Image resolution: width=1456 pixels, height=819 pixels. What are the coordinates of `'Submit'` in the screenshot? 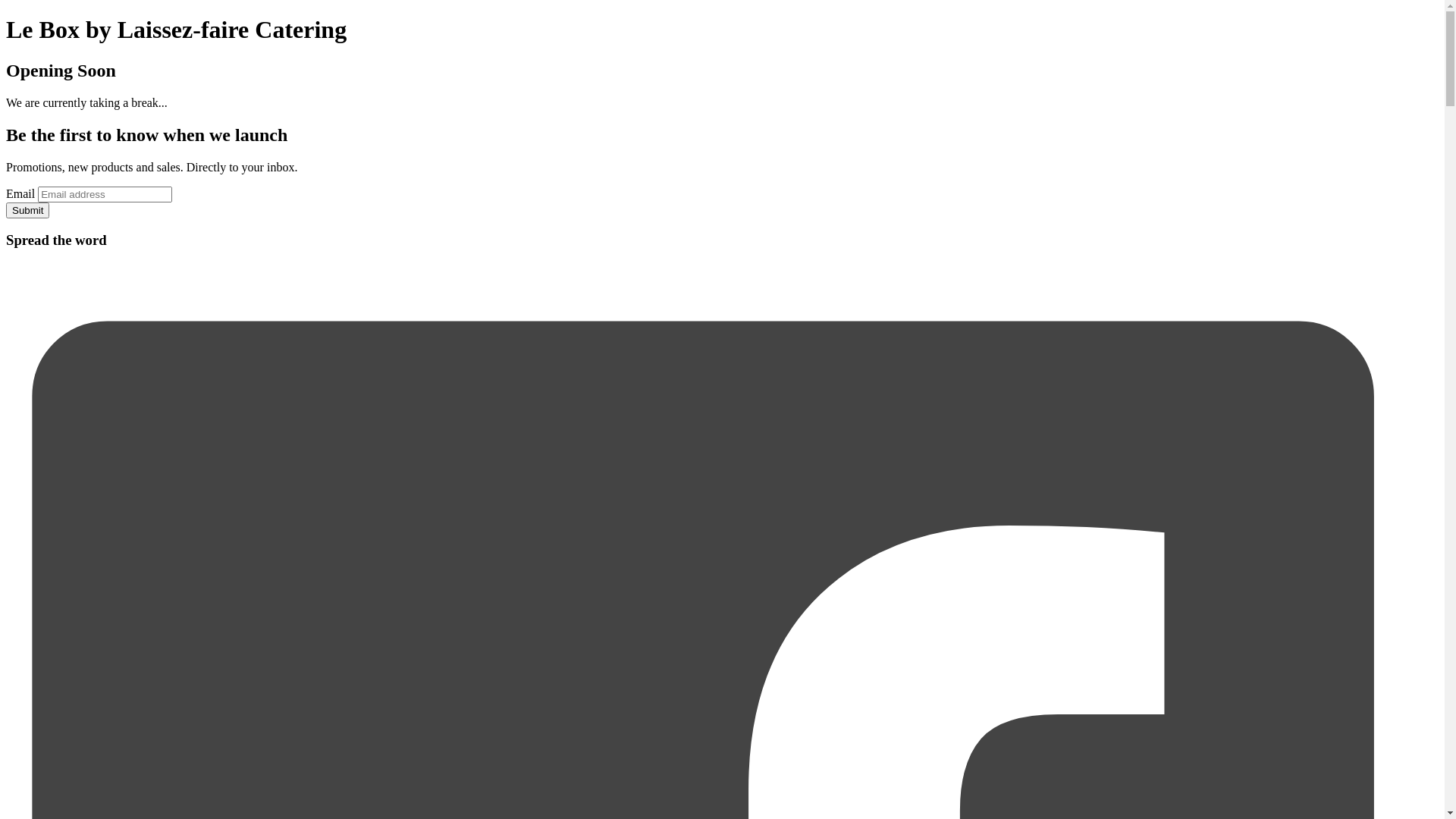 It's located at (6, 210).